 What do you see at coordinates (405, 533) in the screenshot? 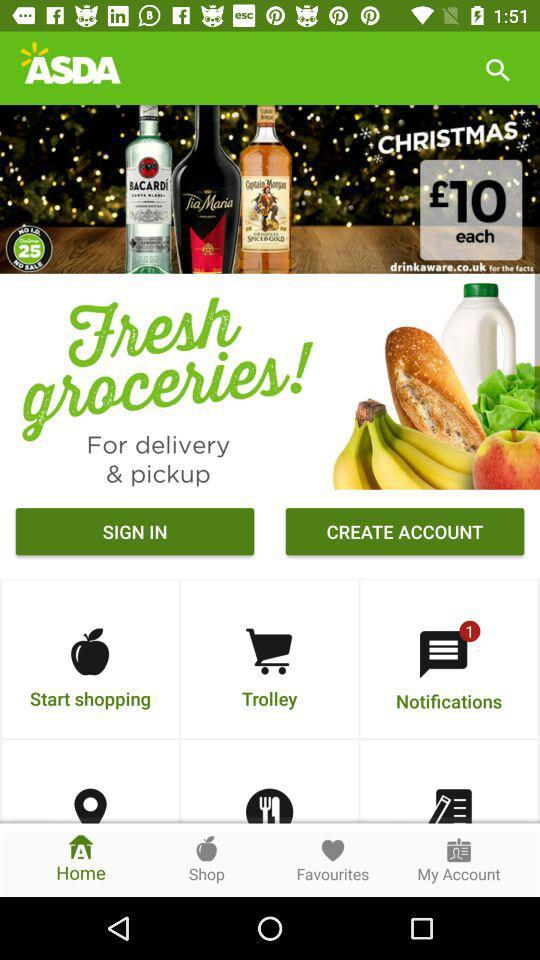
I see `create account item` at bounding box center [405, 533].